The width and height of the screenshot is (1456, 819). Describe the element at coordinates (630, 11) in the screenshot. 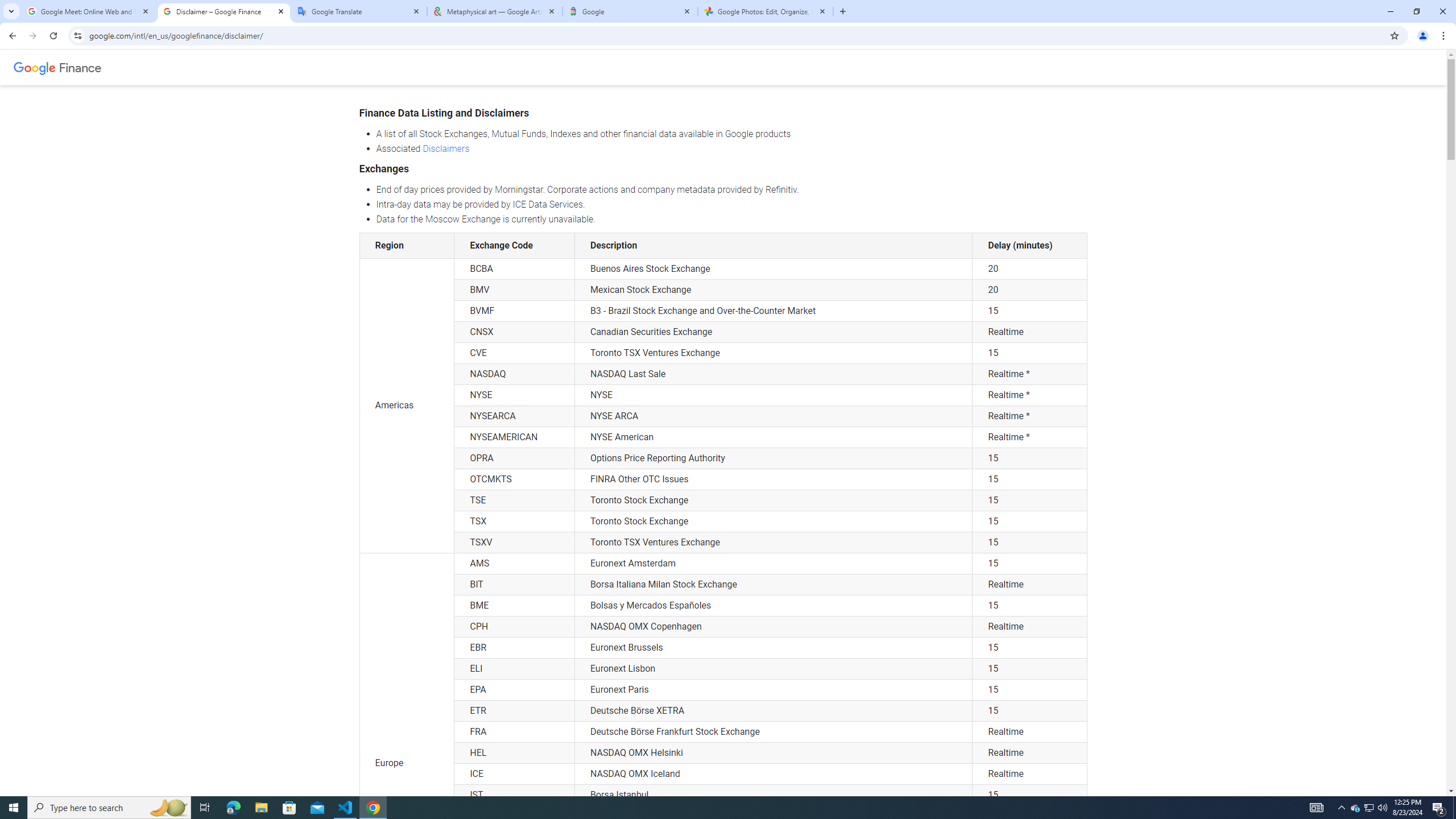

I see `'Google'` at that location.